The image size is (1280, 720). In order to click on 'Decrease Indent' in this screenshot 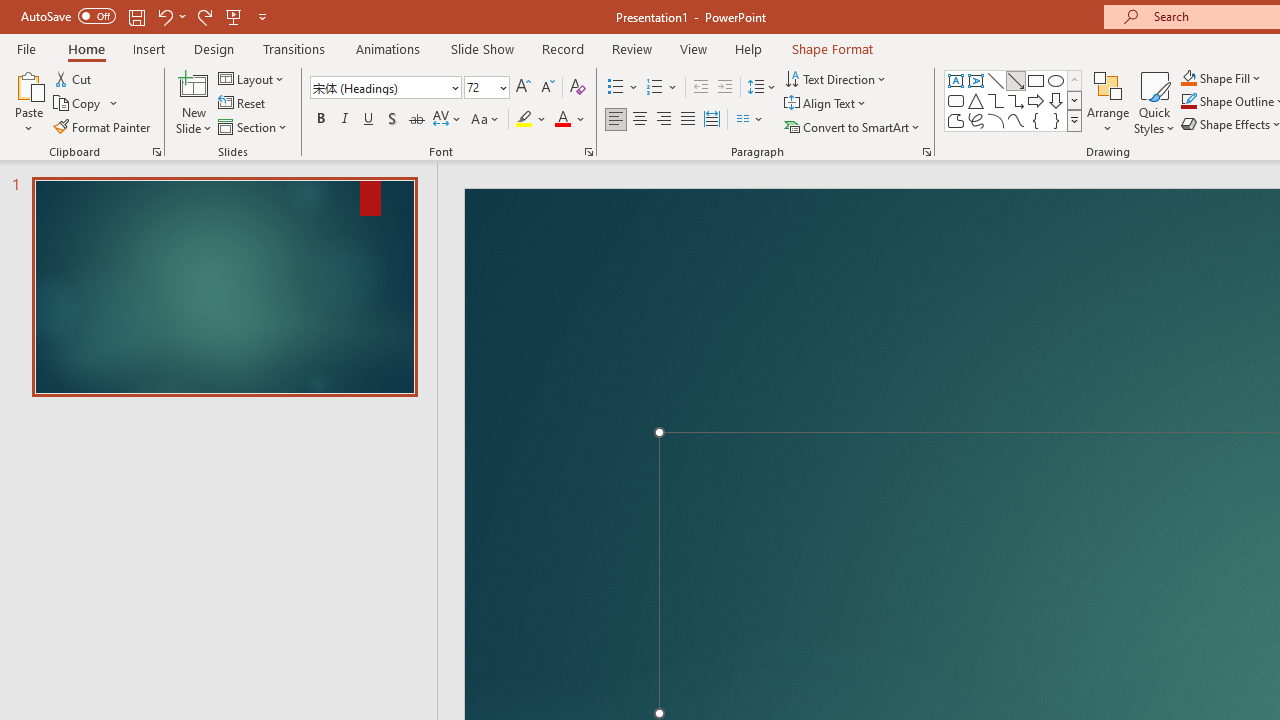, I will do `click(700, 86)`.